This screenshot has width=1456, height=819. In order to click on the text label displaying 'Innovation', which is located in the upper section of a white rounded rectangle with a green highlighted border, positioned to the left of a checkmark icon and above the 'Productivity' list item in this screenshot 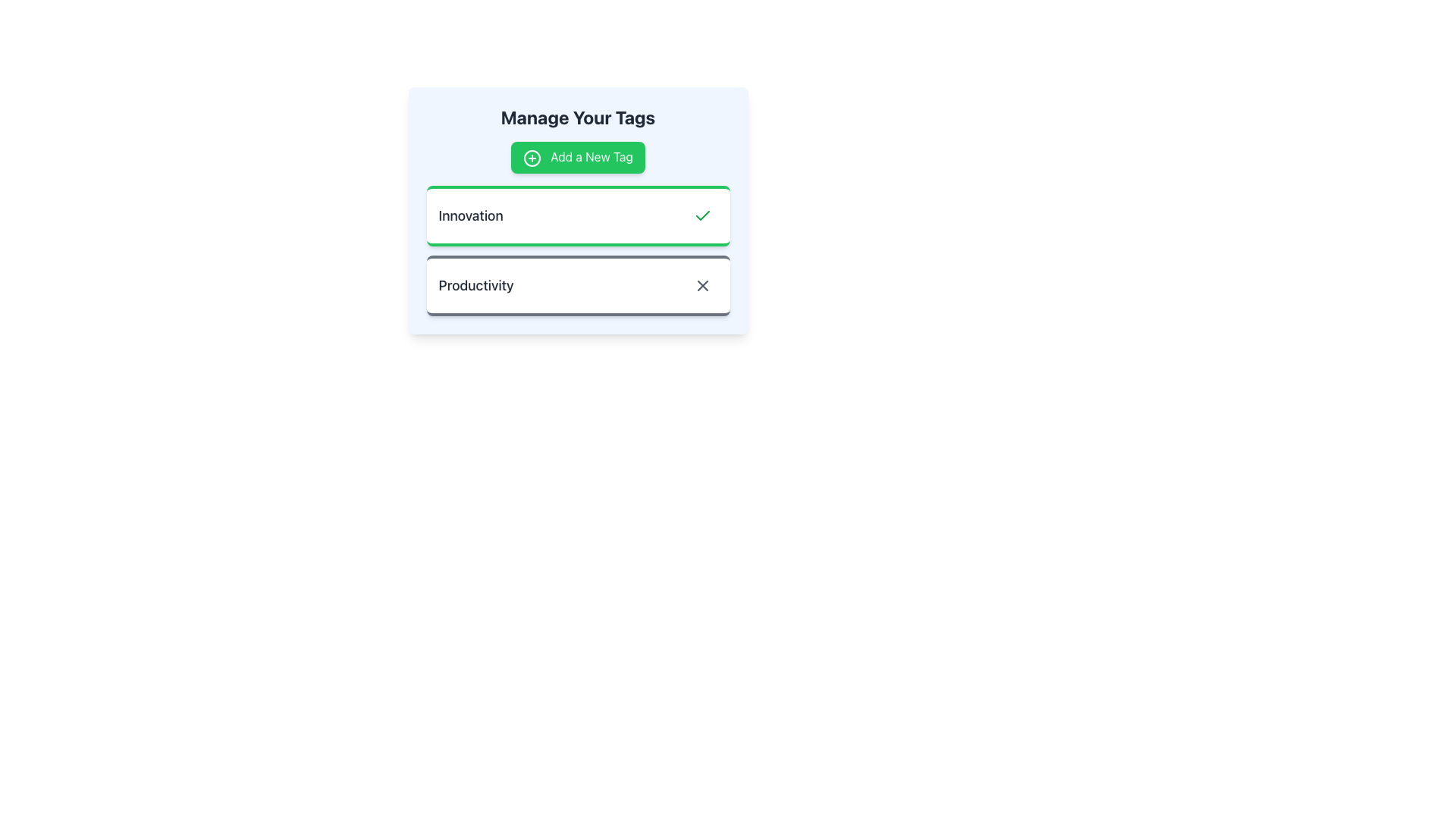, I will do `click(470, 215)`.